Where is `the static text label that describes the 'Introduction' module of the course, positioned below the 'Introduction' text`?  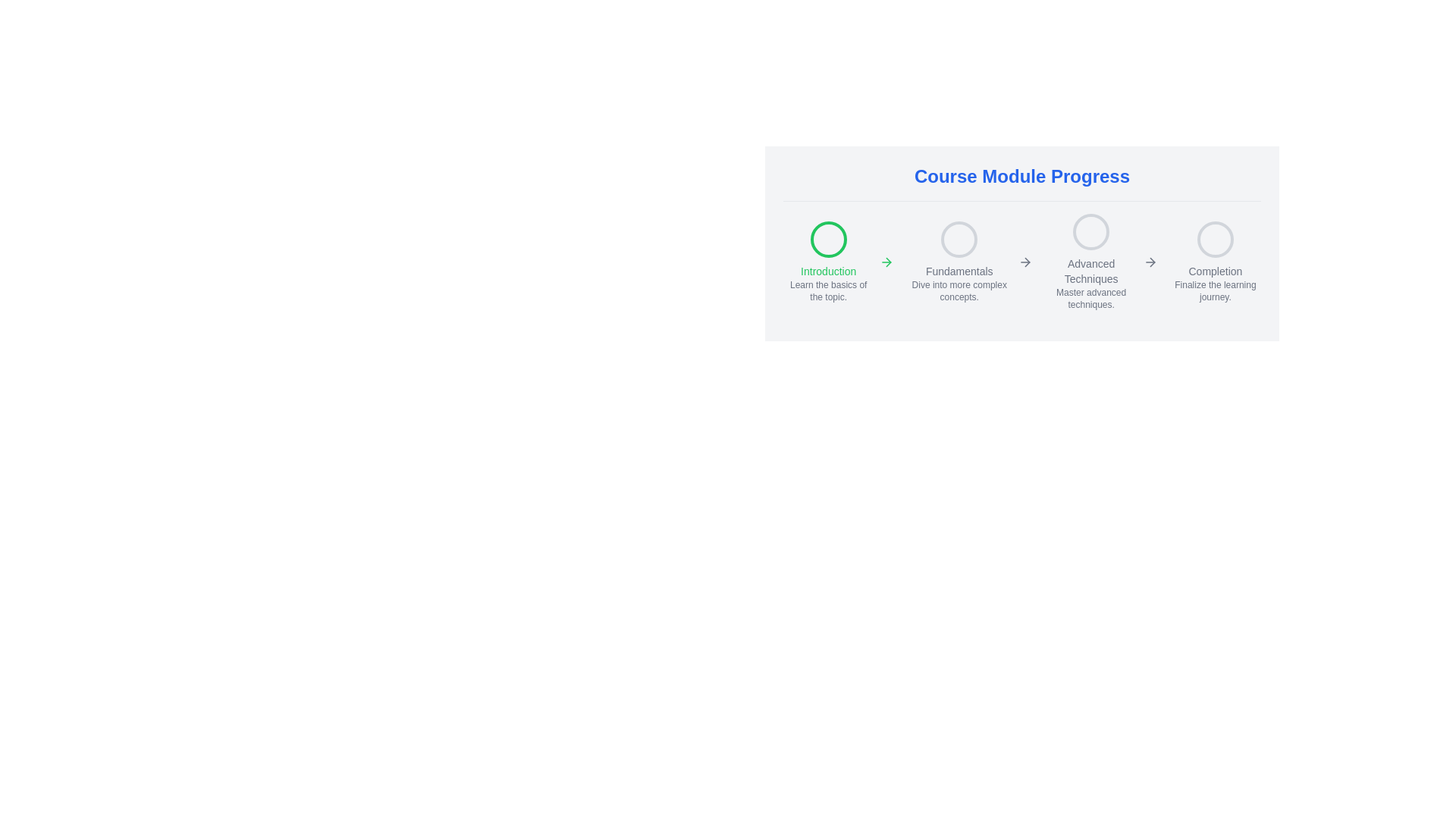
the static text label that describes the 'Introduction' module of the course, positioned below the 'Introduction' text is located at coordinates (827, 291).